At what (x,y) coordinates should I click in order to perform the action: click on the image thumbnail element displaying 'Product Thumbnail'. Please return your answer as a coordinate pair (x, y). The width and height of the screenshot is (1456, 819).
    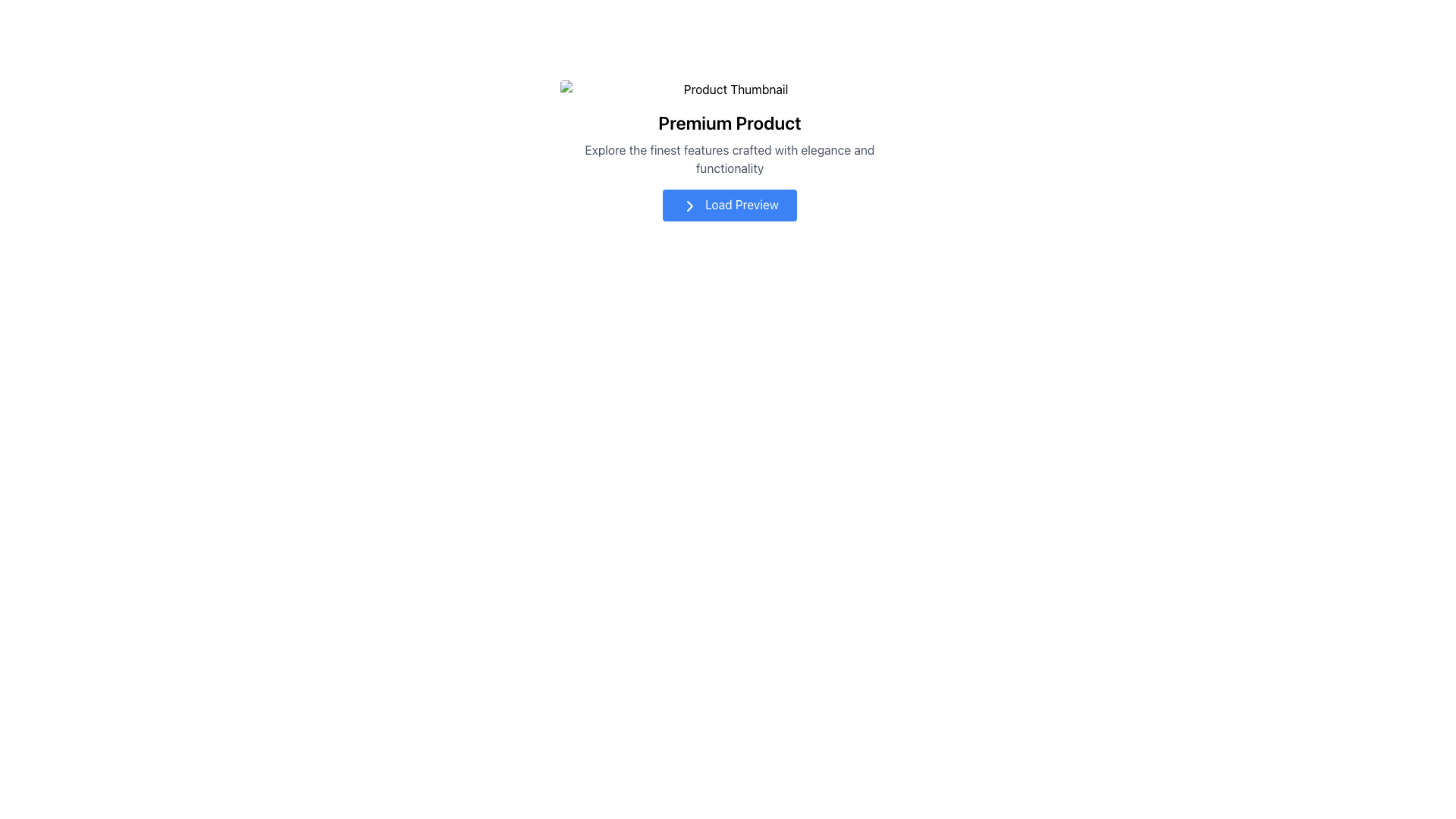
    Looking at the image, I should click on (730, 89).